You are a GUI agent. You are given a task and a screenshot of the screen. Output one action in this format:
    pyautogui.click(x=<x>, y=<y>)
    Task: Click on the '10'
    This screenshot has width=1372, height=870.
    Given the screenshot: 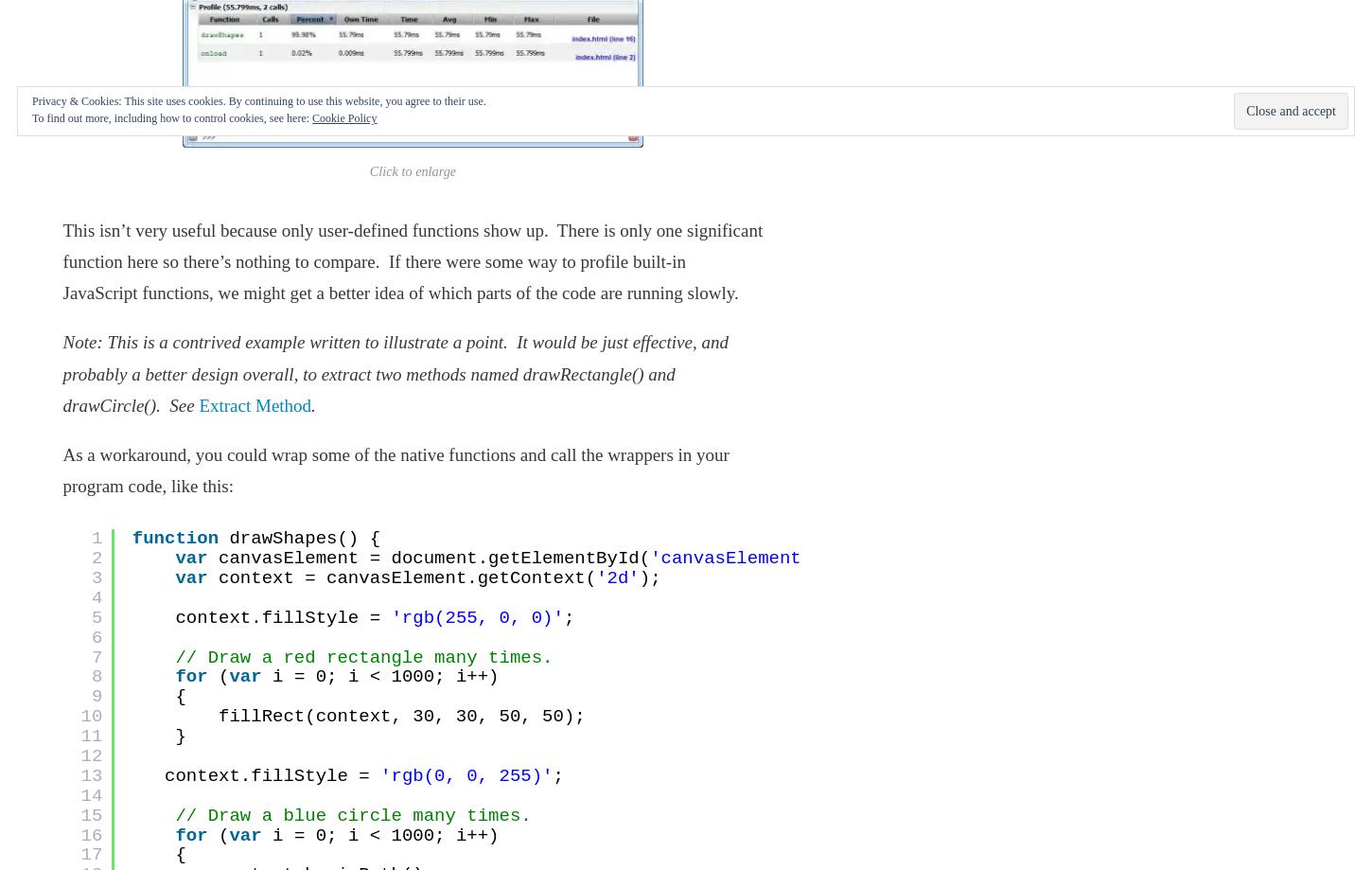 What is the action you would take?
    pyautogui.click(x=91, y=716)
    